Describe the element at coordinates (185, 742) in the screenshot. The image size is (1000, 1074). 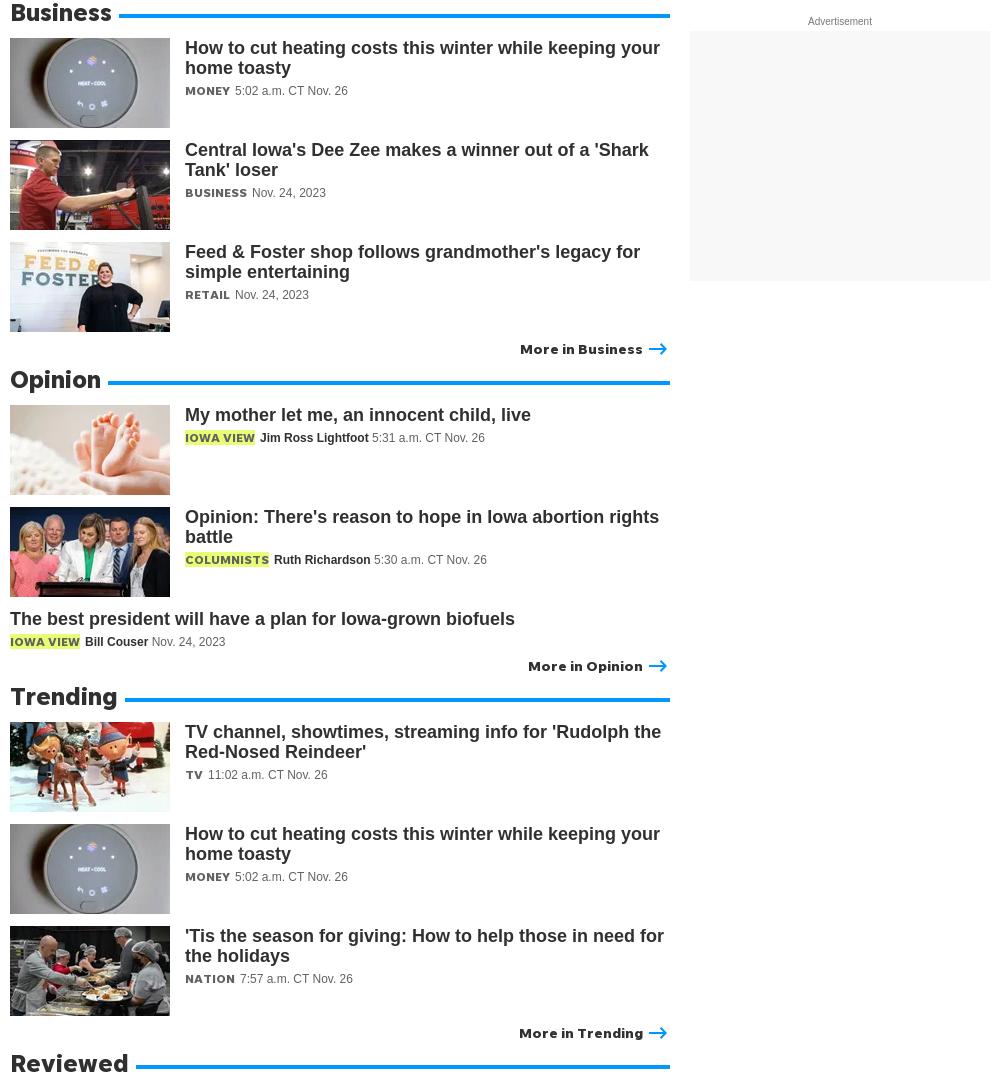
I see `'TV channel, showtimes, streaming info for 'Rudolph the Red-Nosed Reindeer''` at that location.